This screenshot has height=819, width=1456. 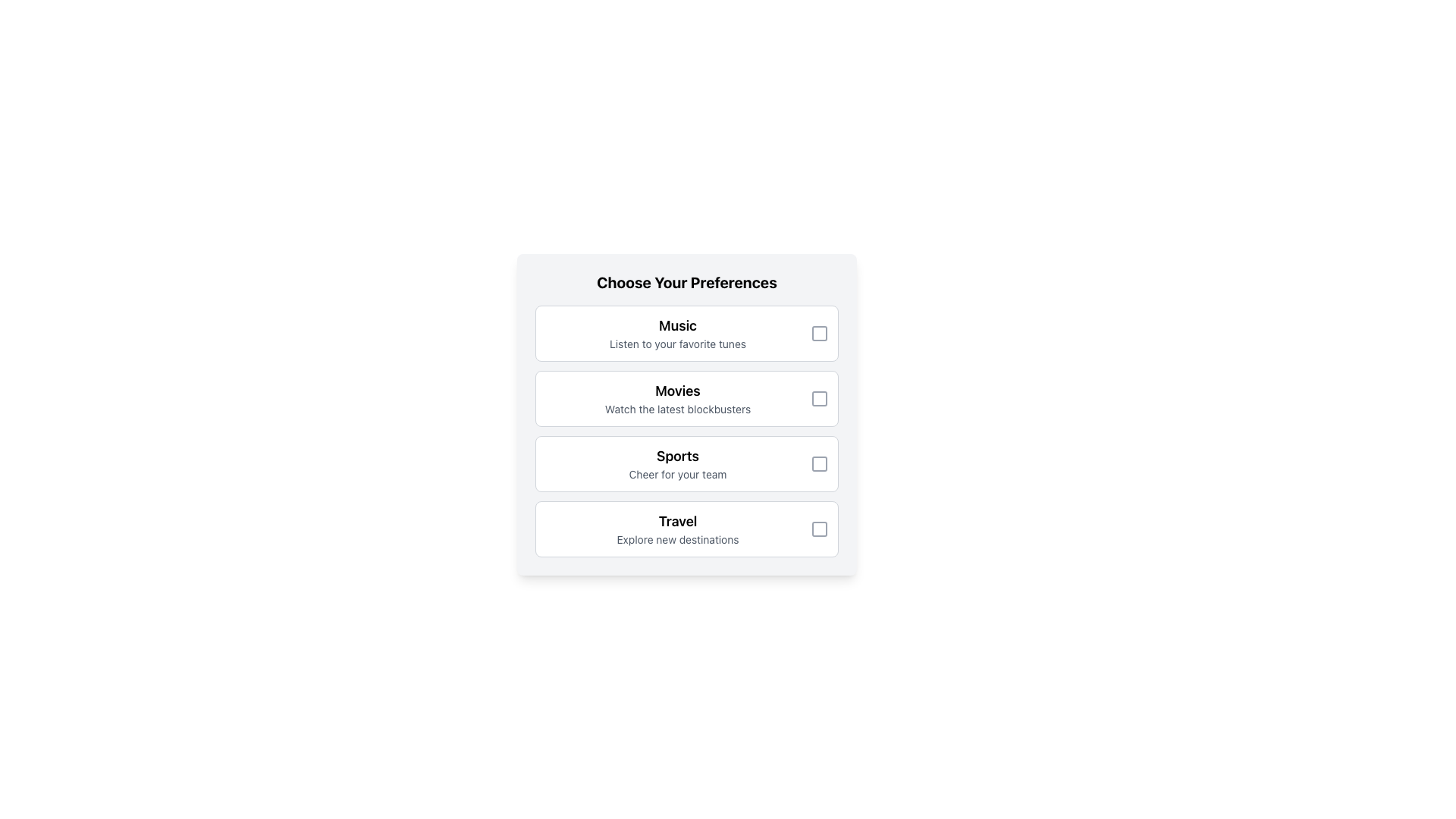 I want to click on the static text label that serves as the title for the 'Travel' card in the preference selection menu, so click(x=676, y=520).